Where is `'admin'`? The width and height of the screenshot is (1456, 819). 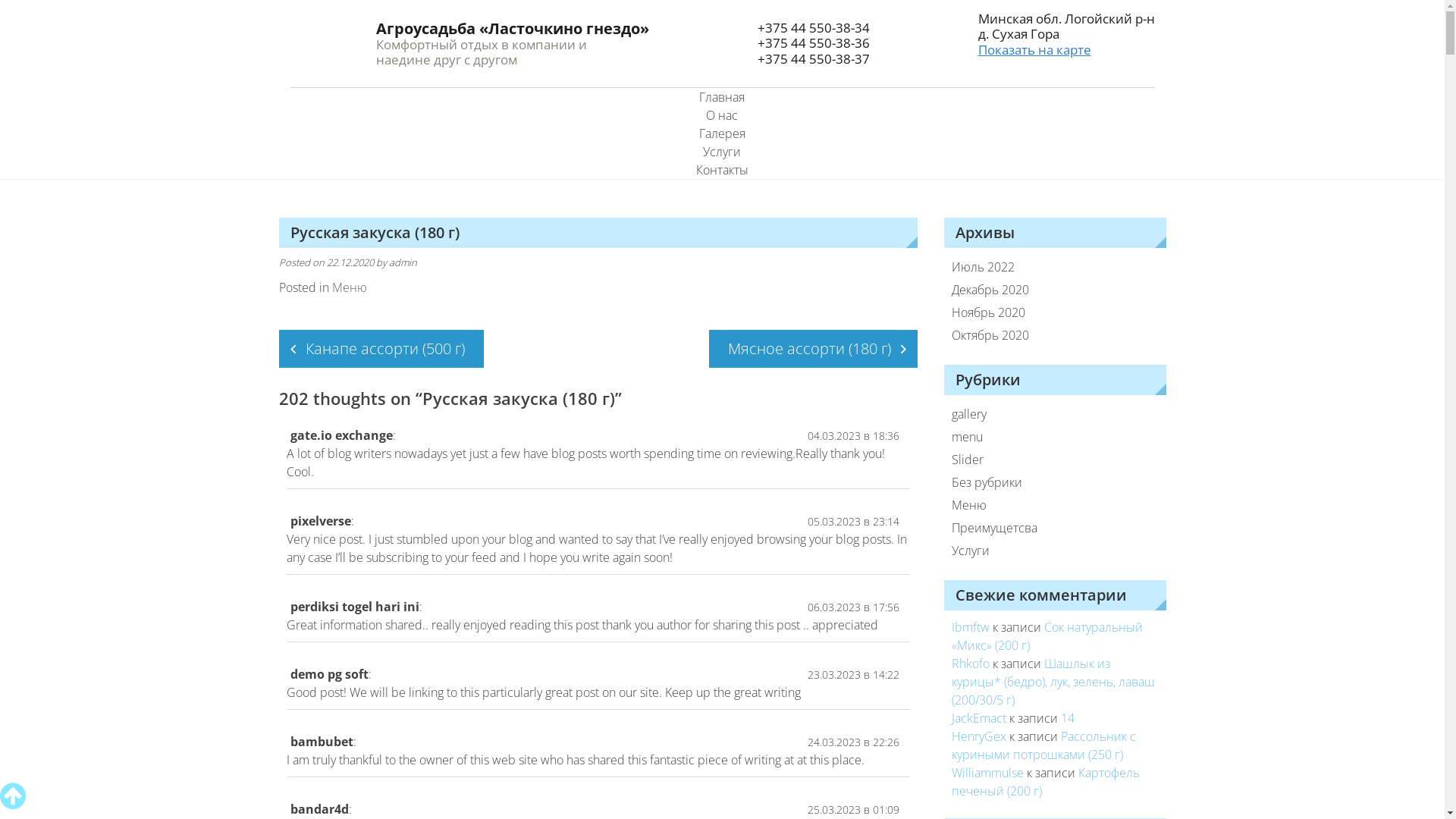
'admin' is located at coordinates (402, 262).